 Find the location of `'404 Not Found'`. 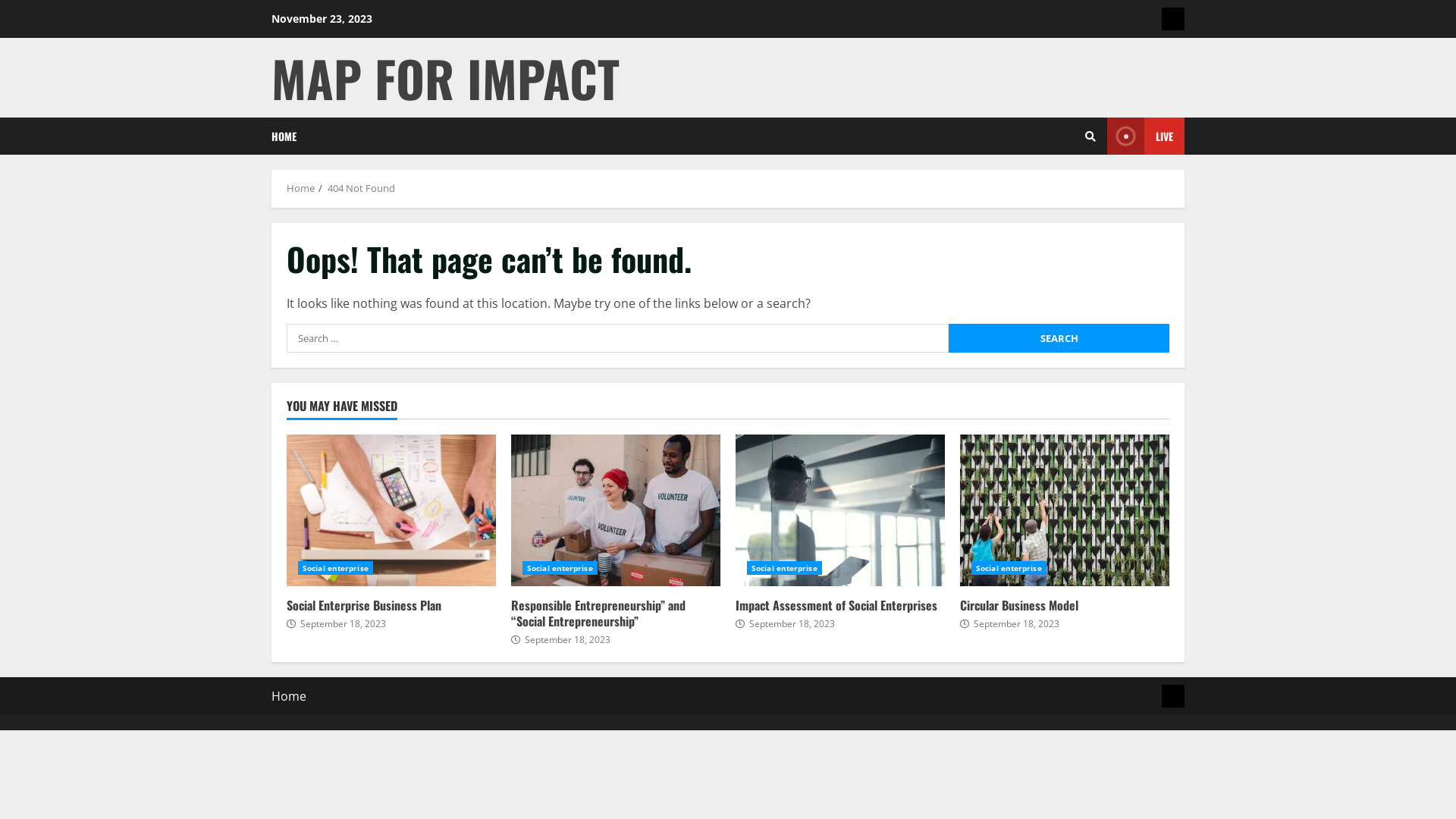

'404 Not Found' is located at coordinates (360, 187).